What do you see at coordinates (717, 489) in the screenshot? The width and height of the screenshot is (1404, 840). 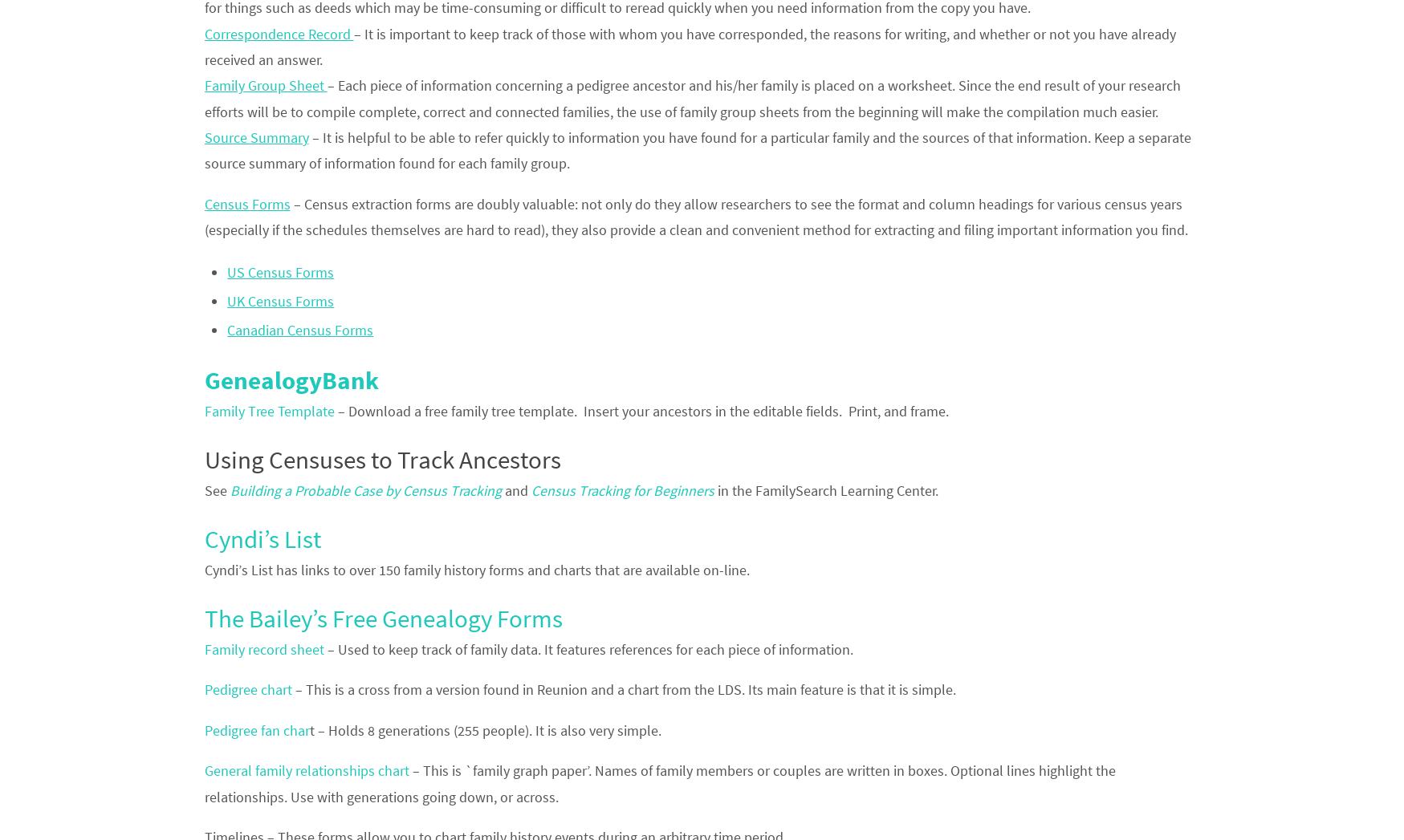 I see `'in the FamilySearch Learning Center.'` at bounding box center [717, 489].